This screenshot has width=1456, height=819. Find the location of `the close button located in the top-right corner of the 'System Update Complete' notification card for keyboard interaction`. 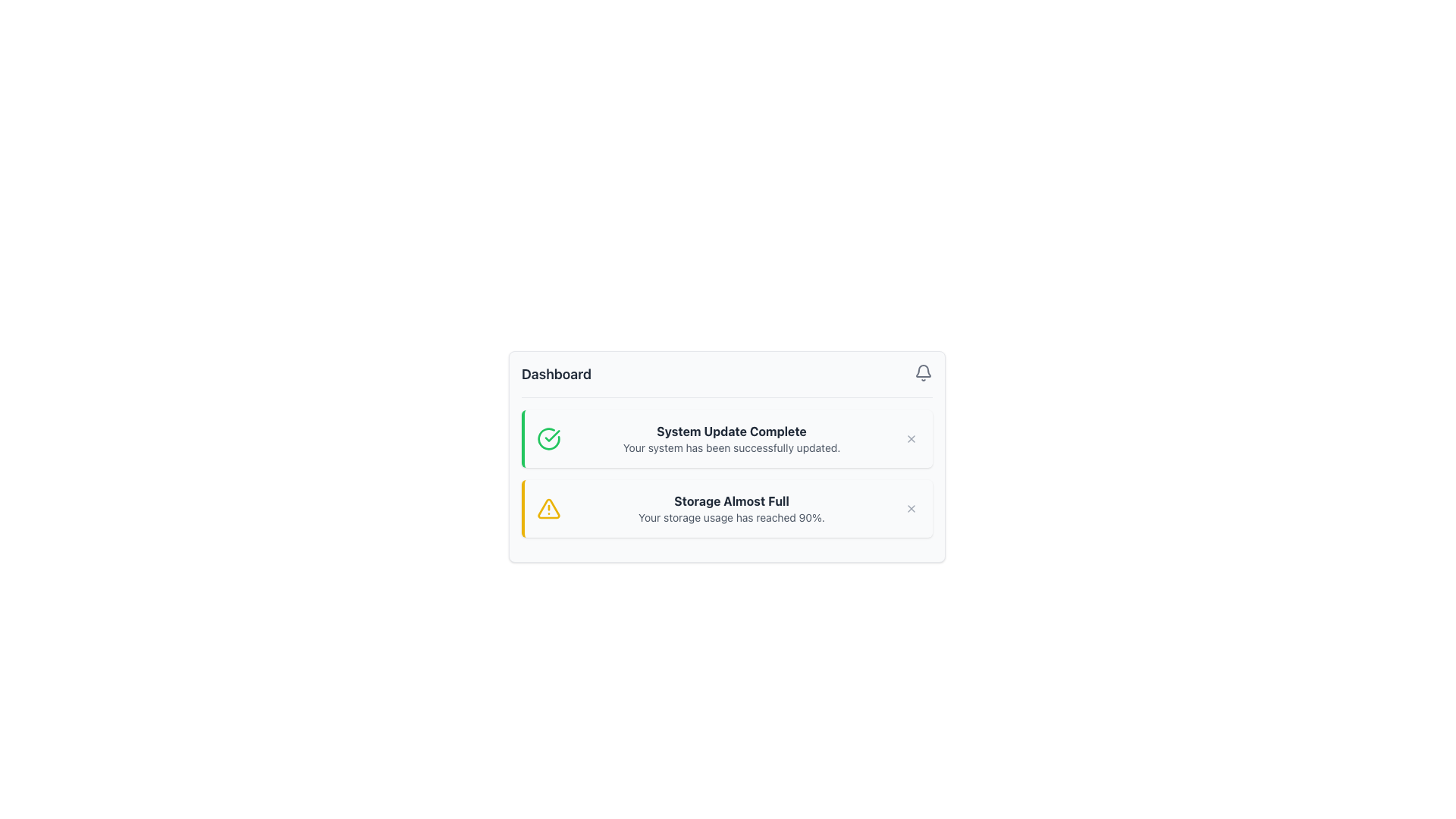

the close button located in the top-right corner of the 'System Update Complete' notification card for keyboard interaction is located at coordinates (910, 438).